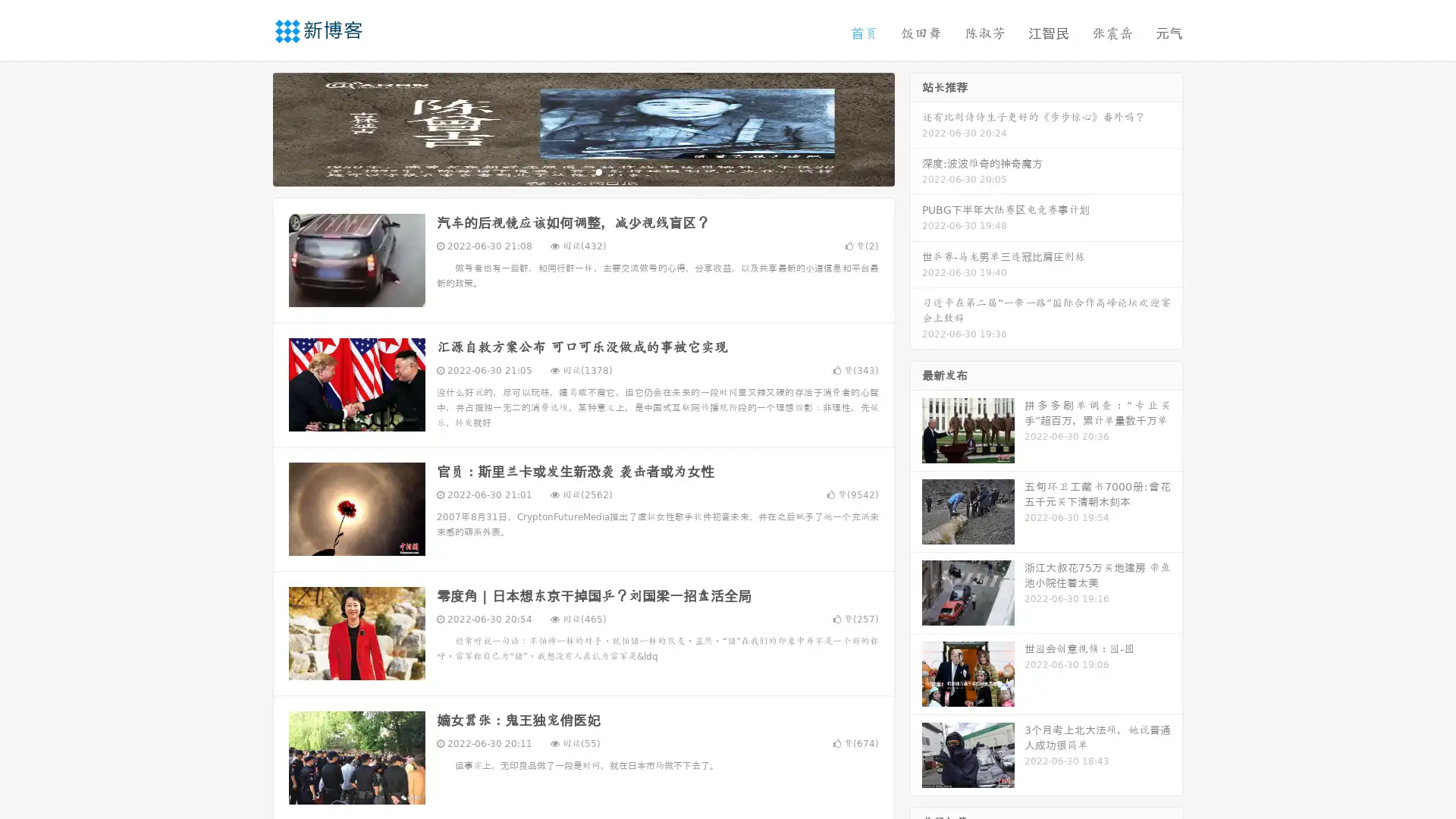 The height and width of the screenshot is (819, 1456). I want to click on Go to slide 3, so click(598, 171).